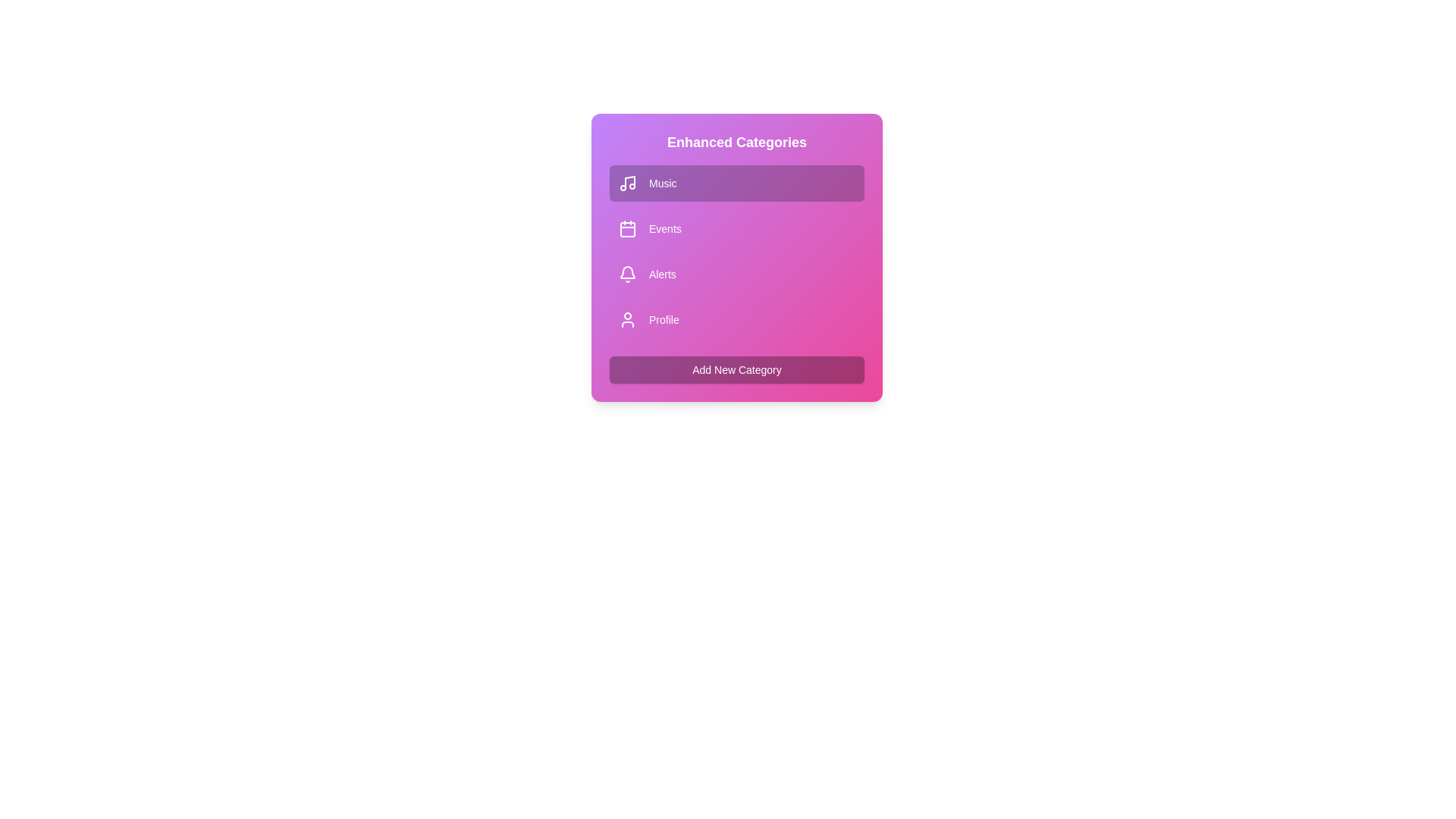 The height and width of the screenshot is (819, 1456). I want to click on the category Events to observe the hover effect, so click(736, 228).